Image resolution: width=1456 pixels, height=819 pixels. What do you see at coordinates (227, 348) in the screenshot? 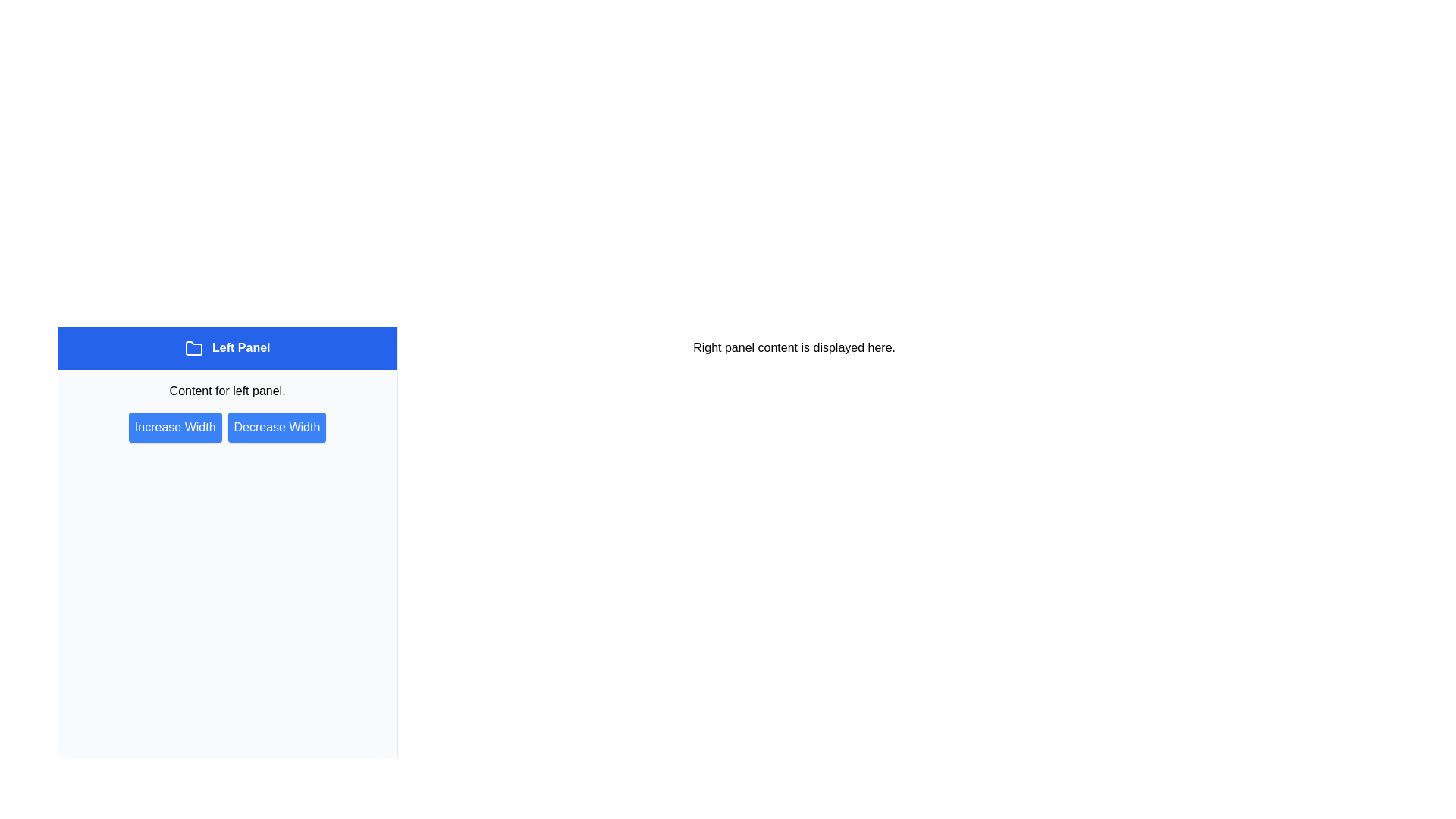
I see `the Header bar that is filled with a vivid blue color and contains the white text 'Left Panel', located at the top of the interface with a folder icon to the left` at bounding box center [227, 348].